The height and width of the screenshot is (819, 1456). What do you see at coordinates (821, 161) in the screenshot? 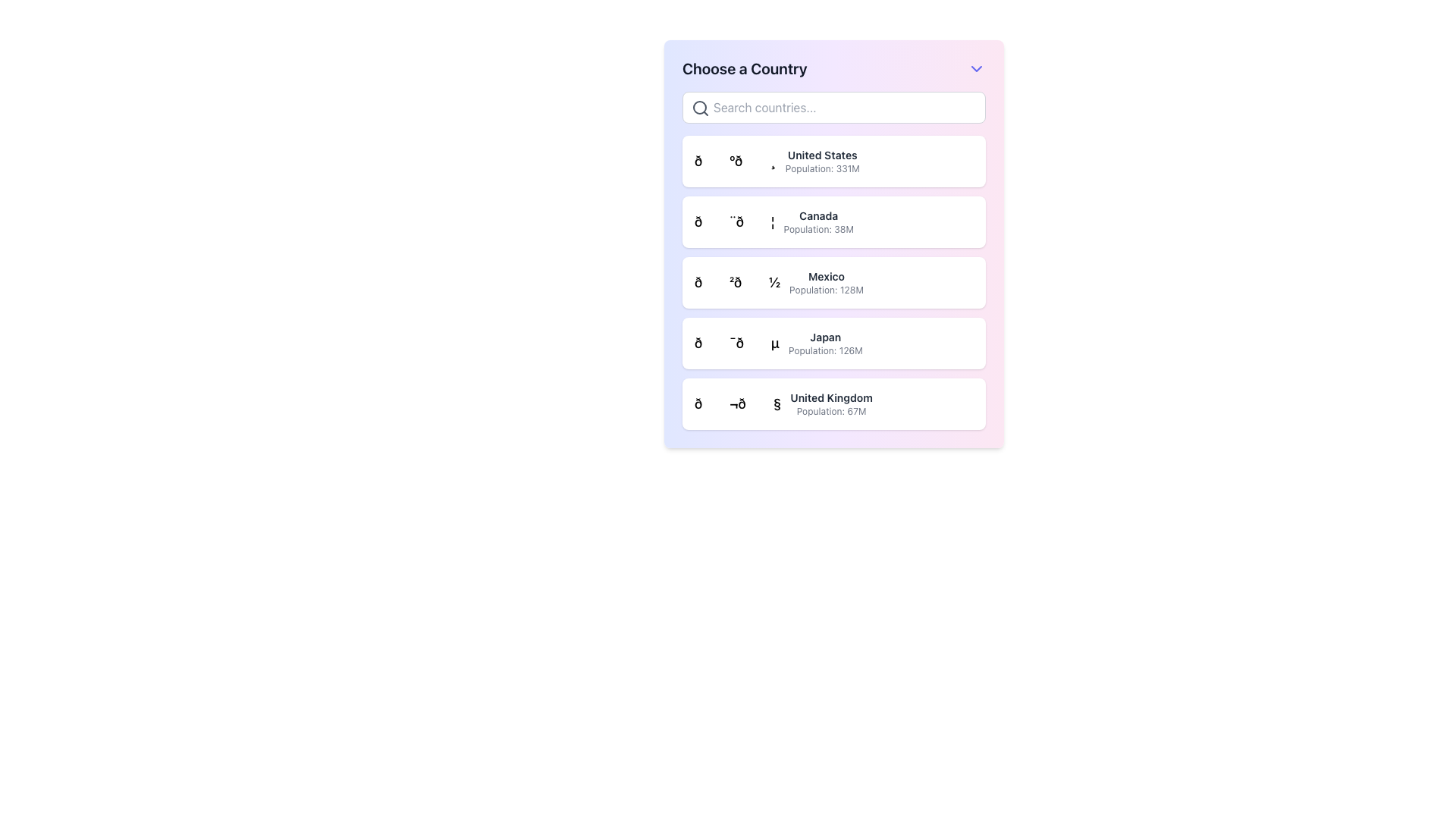
I see `'United States' selectable entry in the dropdown menu using developer tools` at bounding box center [821, 161].